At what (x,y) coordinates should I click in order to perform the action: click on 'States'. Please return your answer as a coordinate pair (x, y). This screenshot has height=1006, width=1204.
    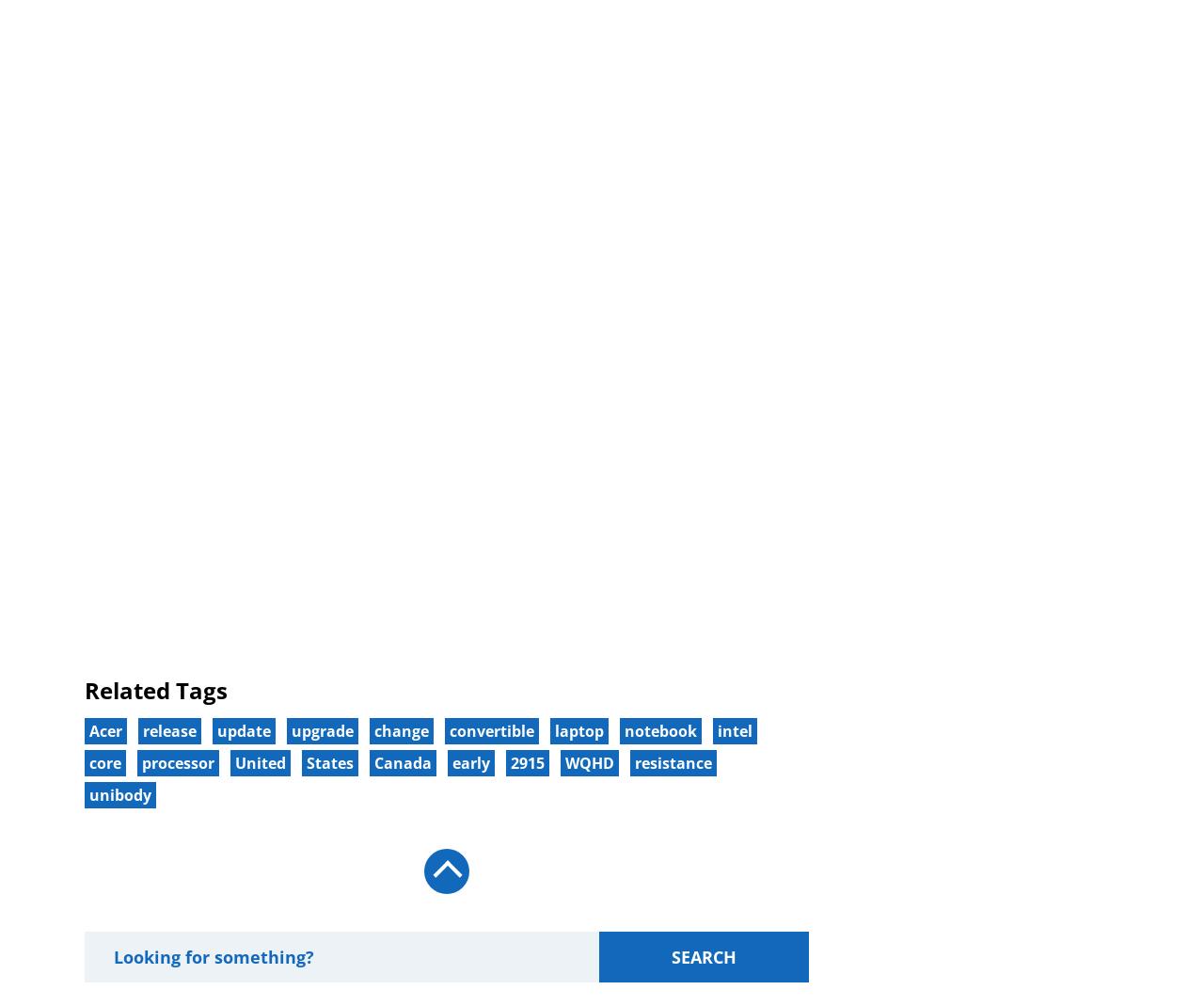
    Looking at the image, I should click on (329, 761).